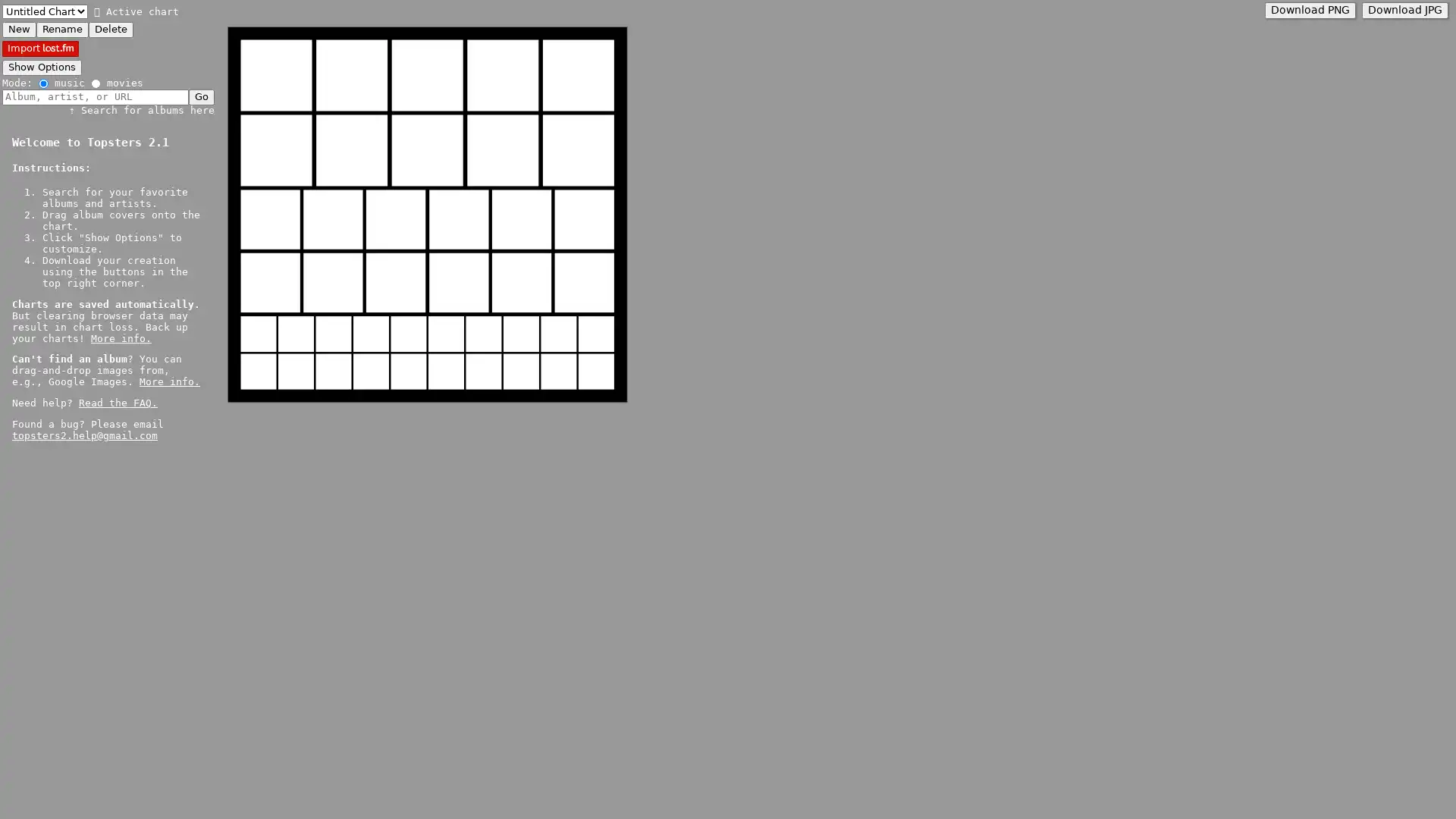 The image size is (1456, 819). What do you see at coordinates (1404, 10) in the screenshot?
I see `Download JPG` at bounding box center [1404, 10].